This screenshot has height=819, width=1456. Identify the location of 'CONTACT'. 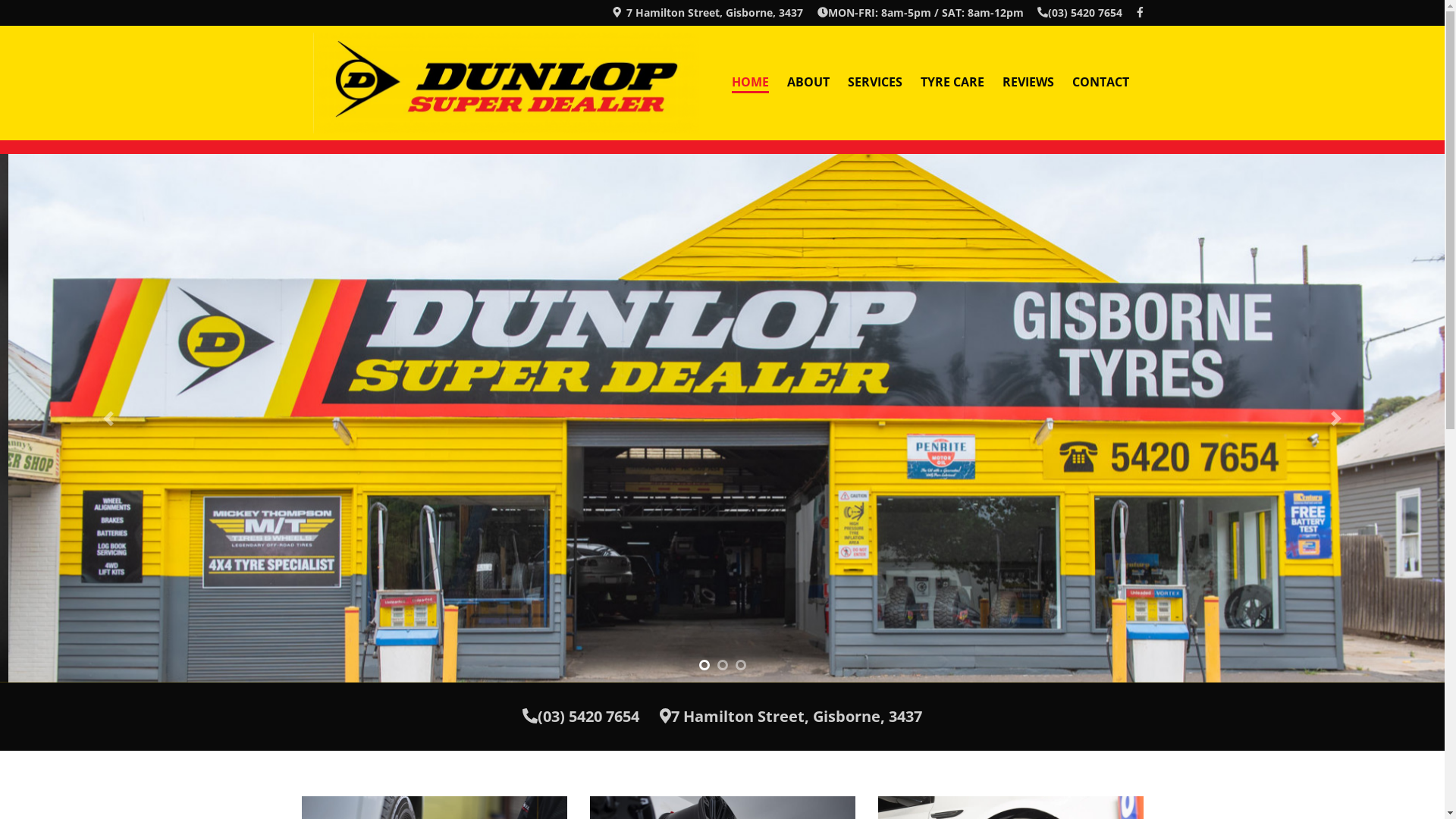
(1100, 83).